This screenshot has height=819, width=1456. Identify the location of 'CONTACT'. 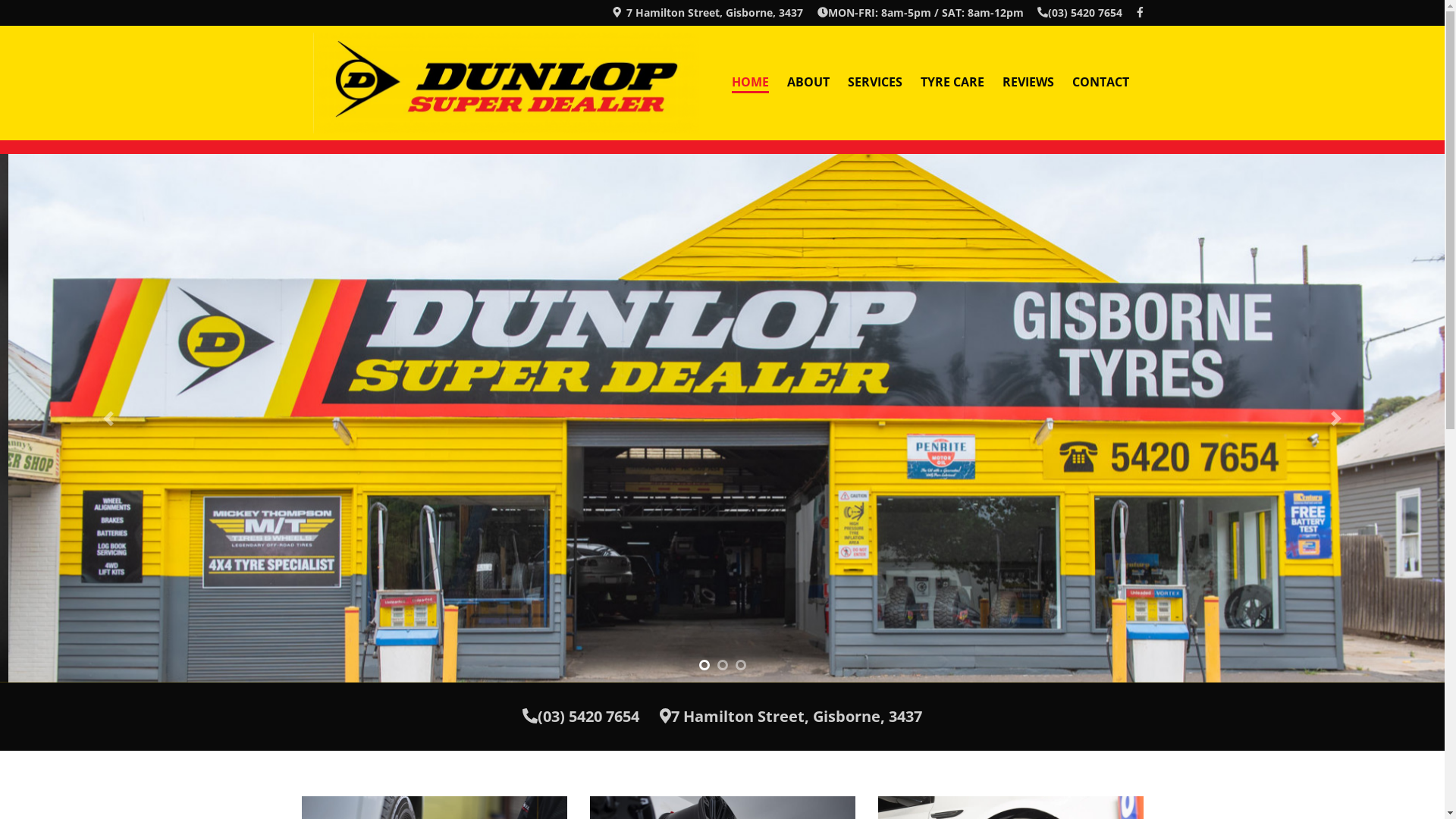
(1100, 83).